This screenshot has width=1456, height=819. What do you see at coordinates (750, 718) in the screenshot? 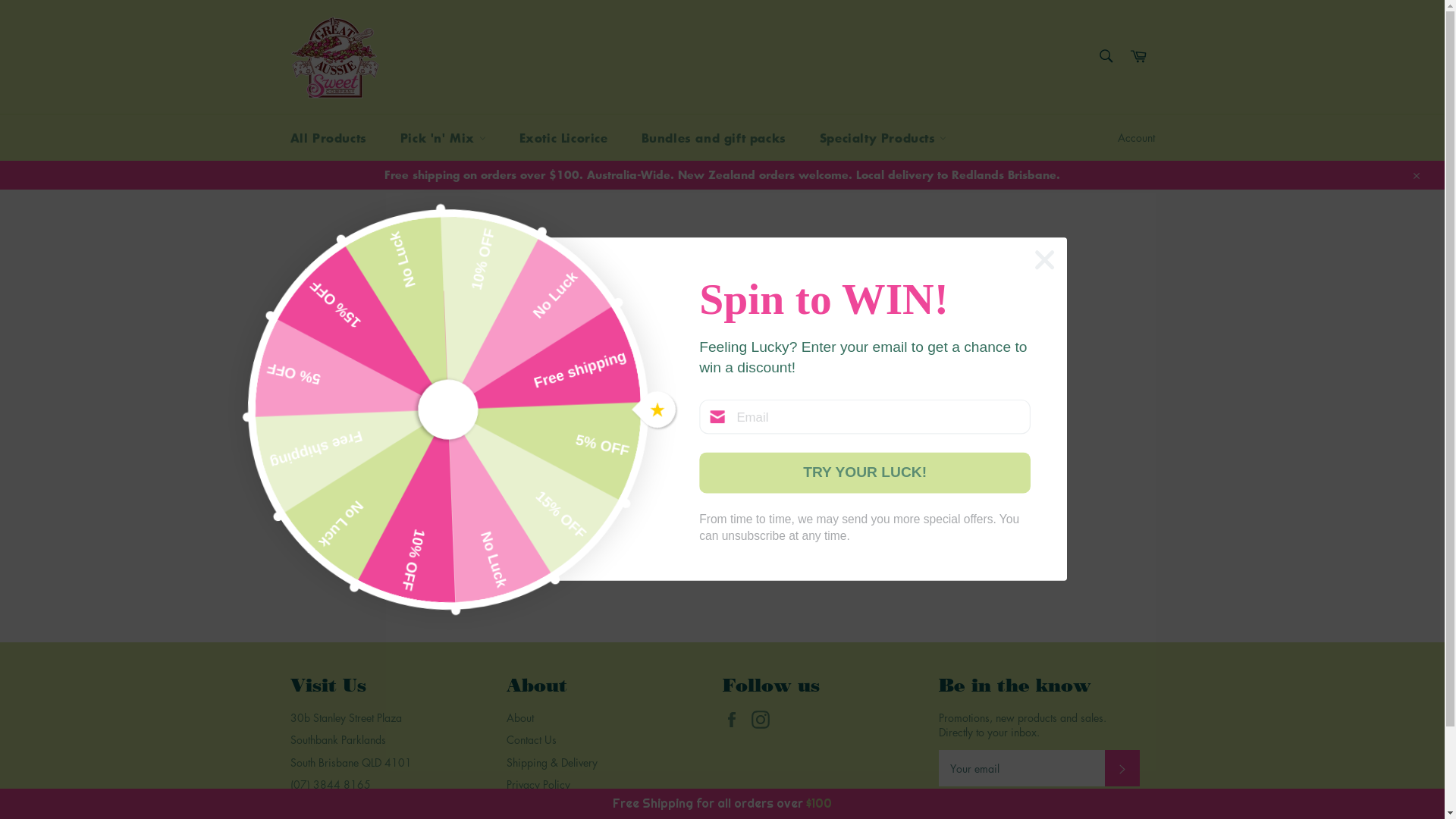
I see `'Instagram'` at bounding box center [750, 718].